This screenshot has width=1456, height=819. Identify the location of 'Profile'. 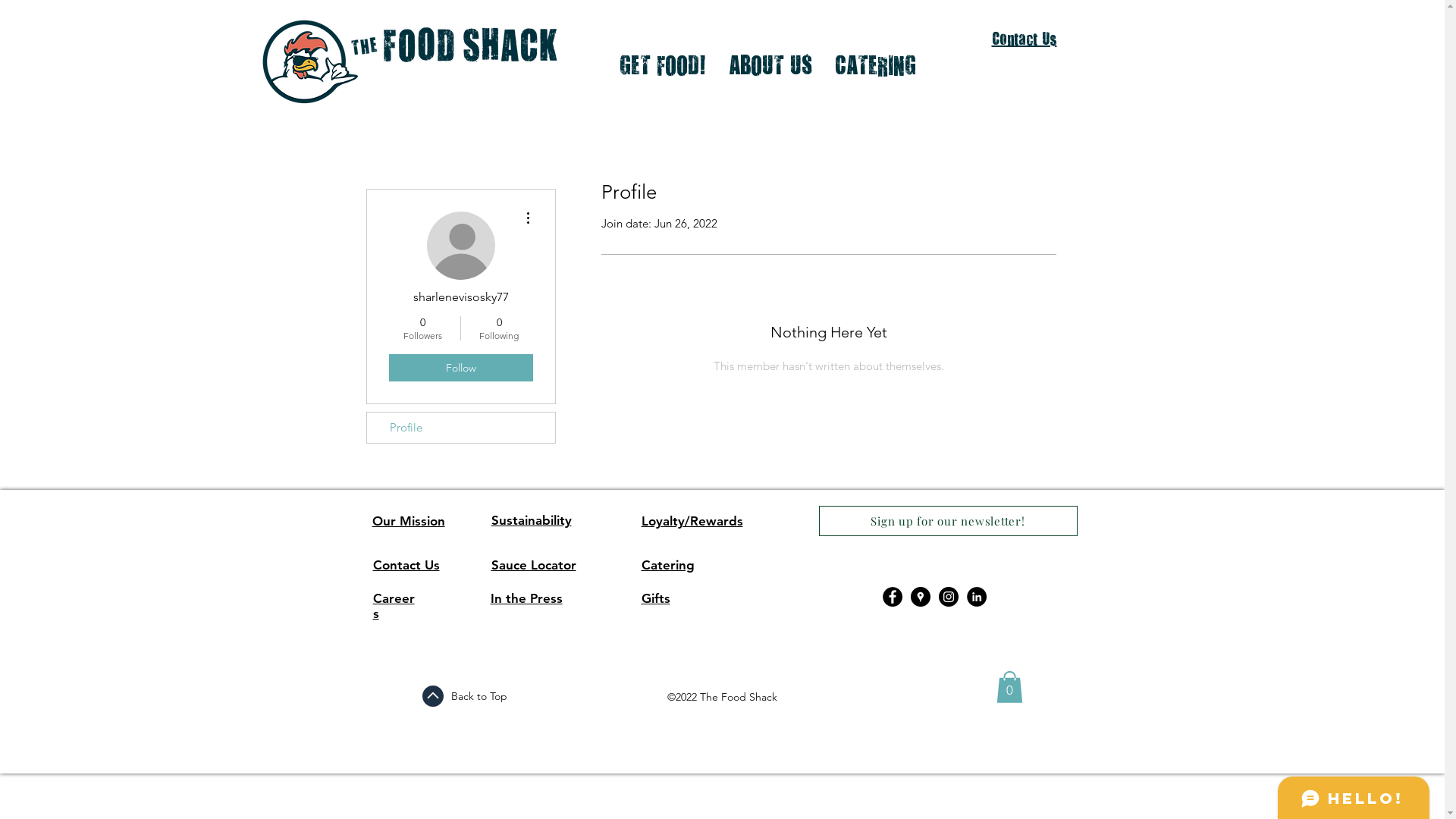
(367, 427).